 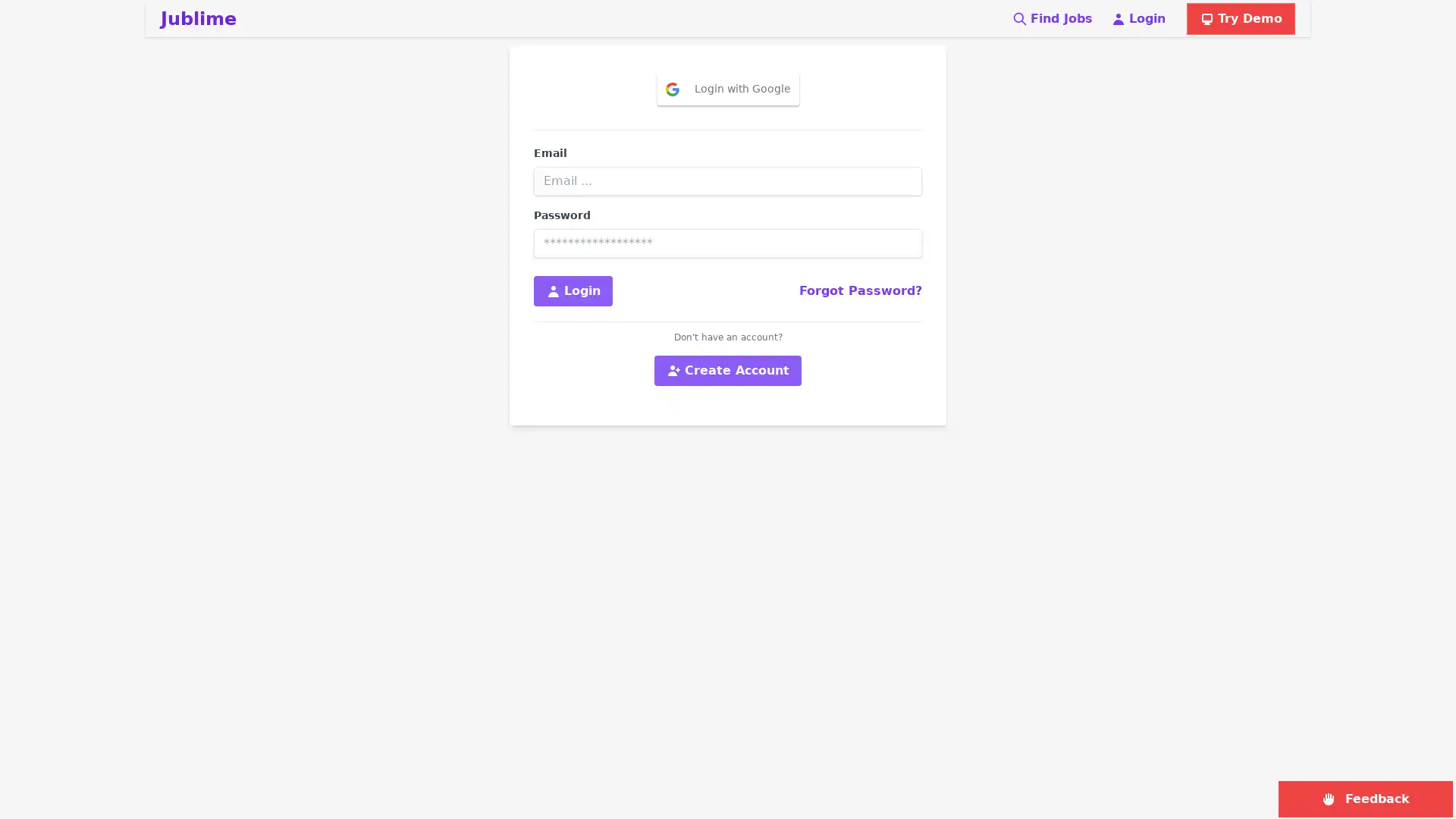 What do you see at coordinates (1138, 18) in the screenshot?
I see `Login` at bounding box center [1138, 18].